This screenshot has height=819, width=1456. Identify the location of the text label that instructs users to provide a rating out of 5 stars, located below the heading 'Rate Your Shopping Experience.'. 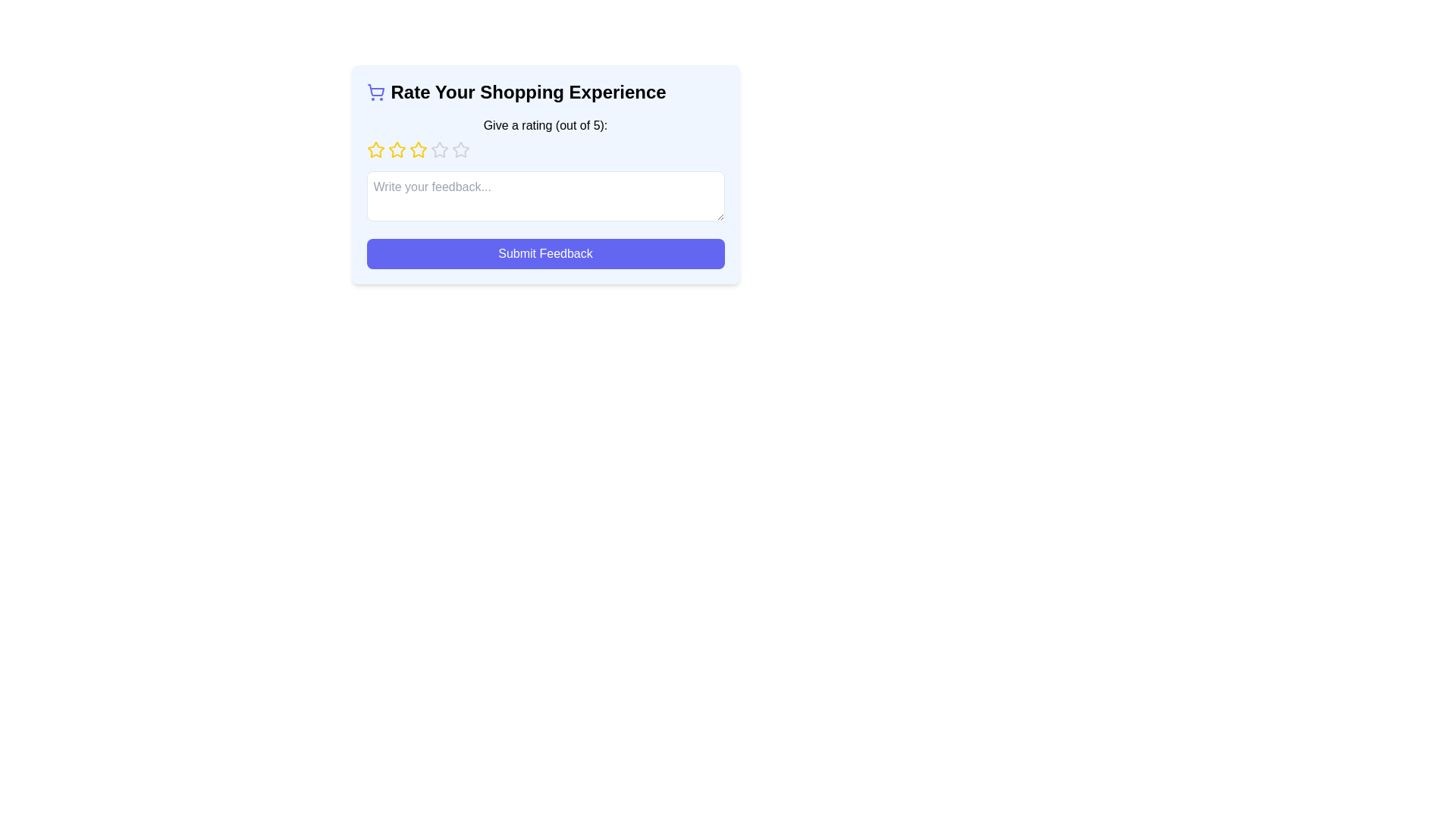
(545, 124).